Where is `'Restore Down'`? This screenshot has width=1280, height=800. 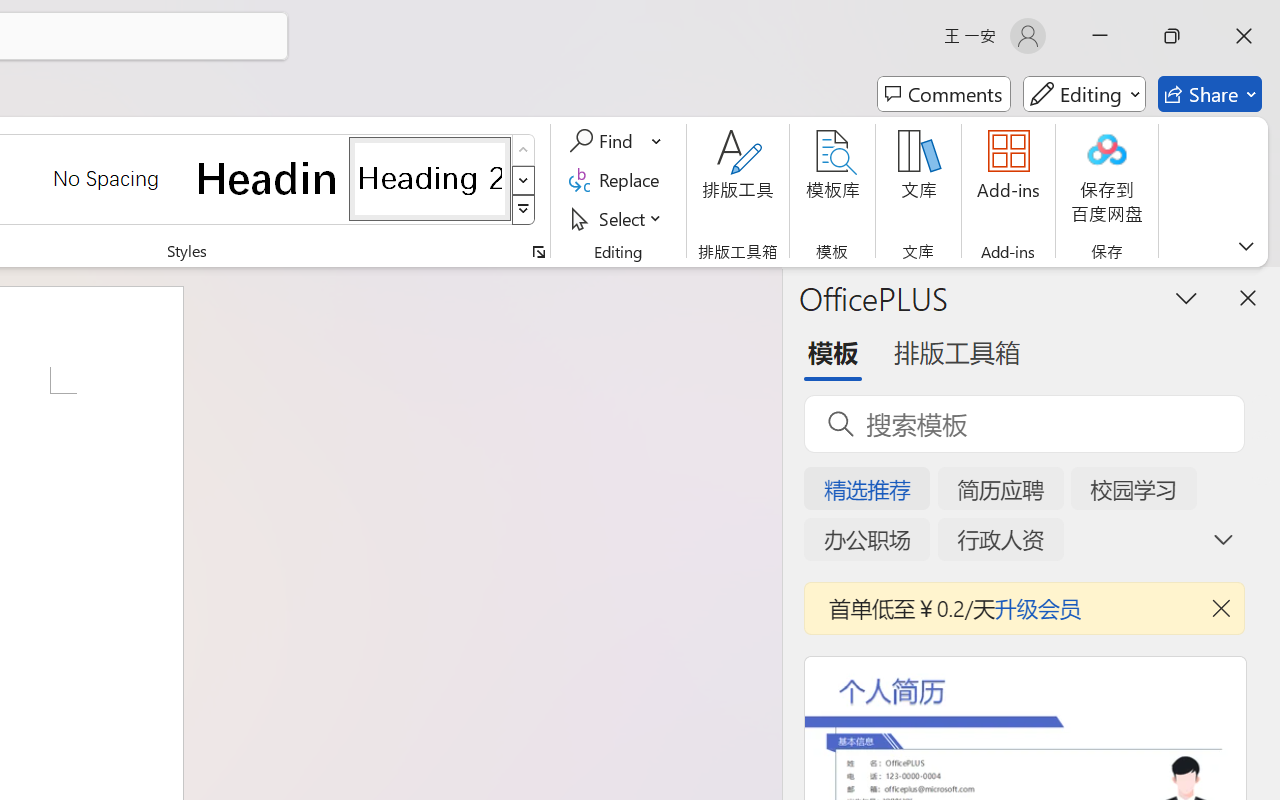
'Restore Down' is located at coordinates (1172, 35).